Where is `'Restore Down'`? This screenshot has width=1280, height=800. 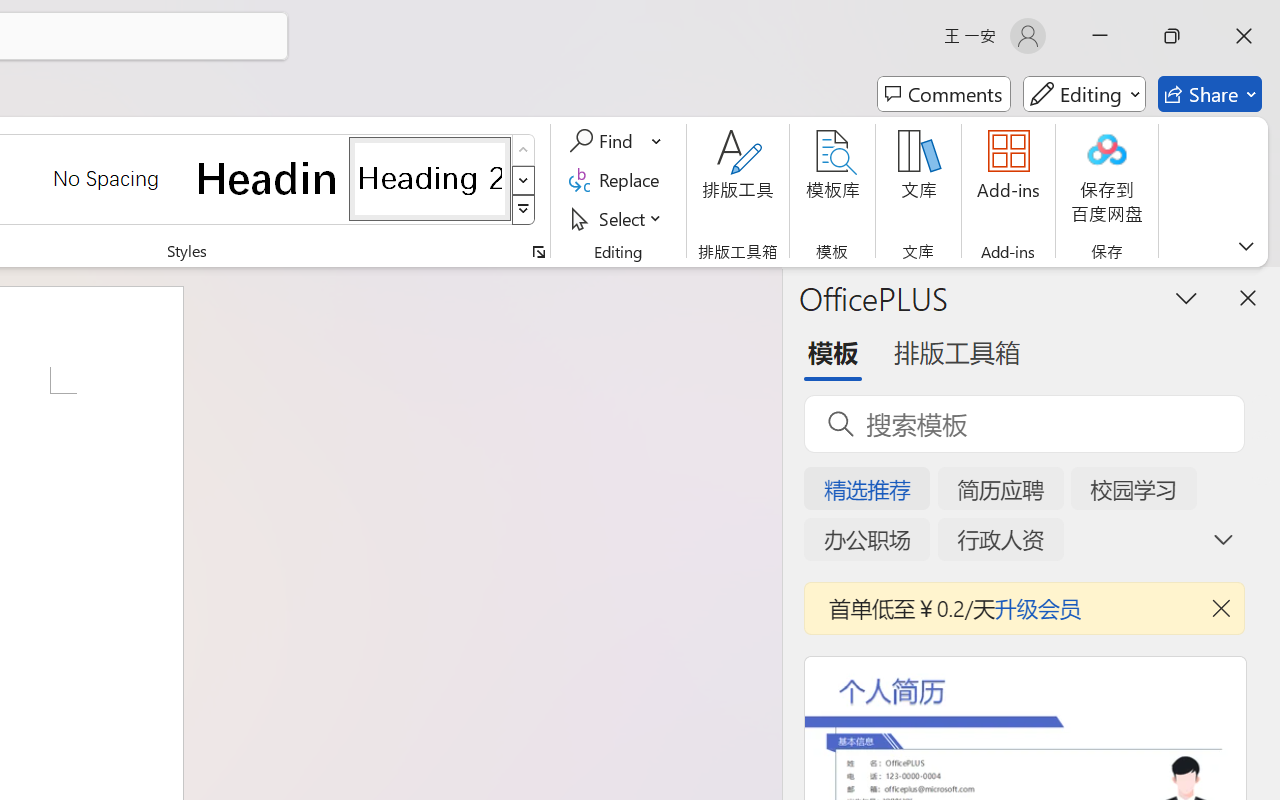
'Restore Down' is located at coordinates (1172, 35).